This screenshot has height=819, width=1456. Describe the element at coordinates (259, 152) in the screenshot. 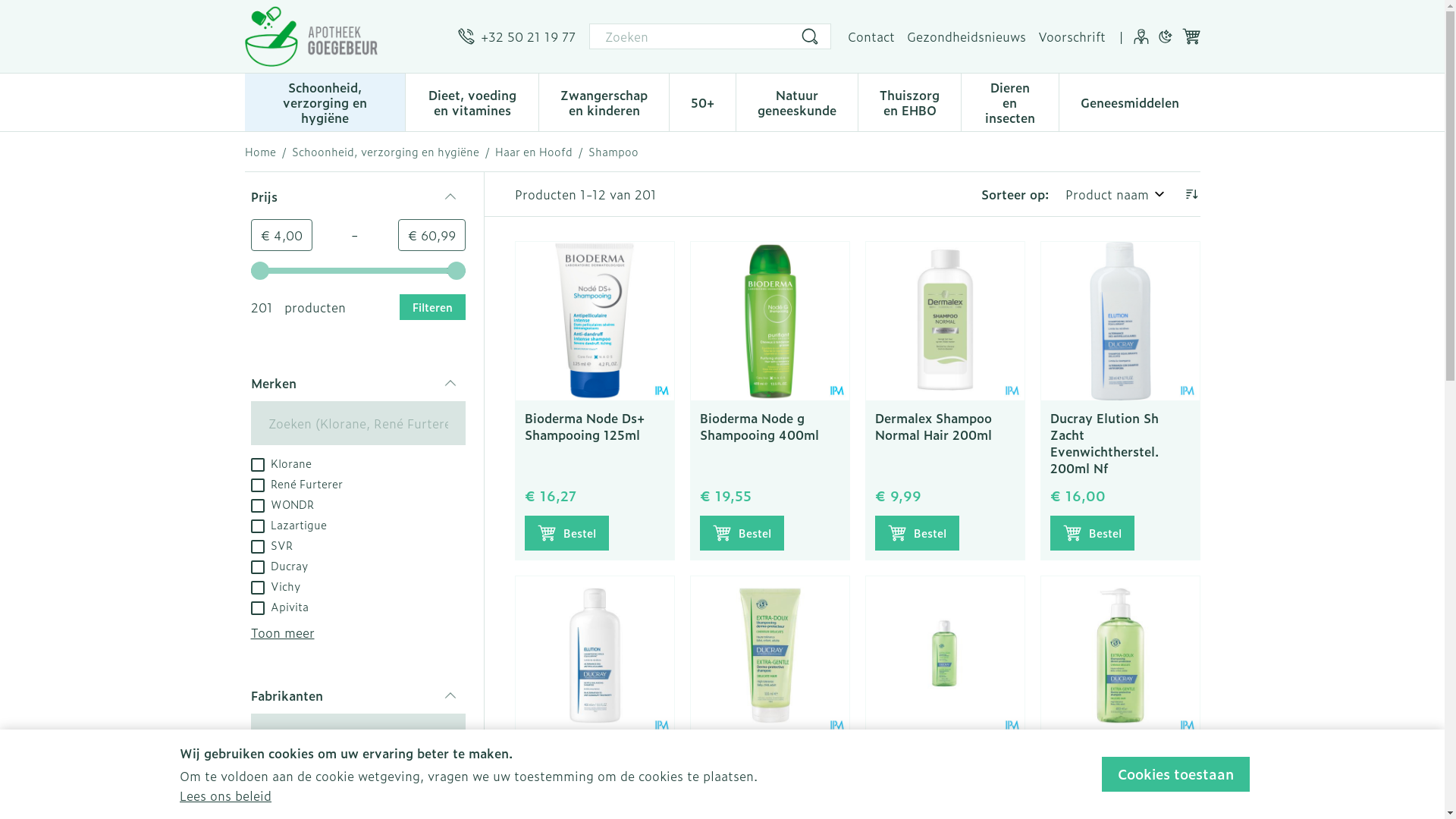

I see `'Home'` at that location.